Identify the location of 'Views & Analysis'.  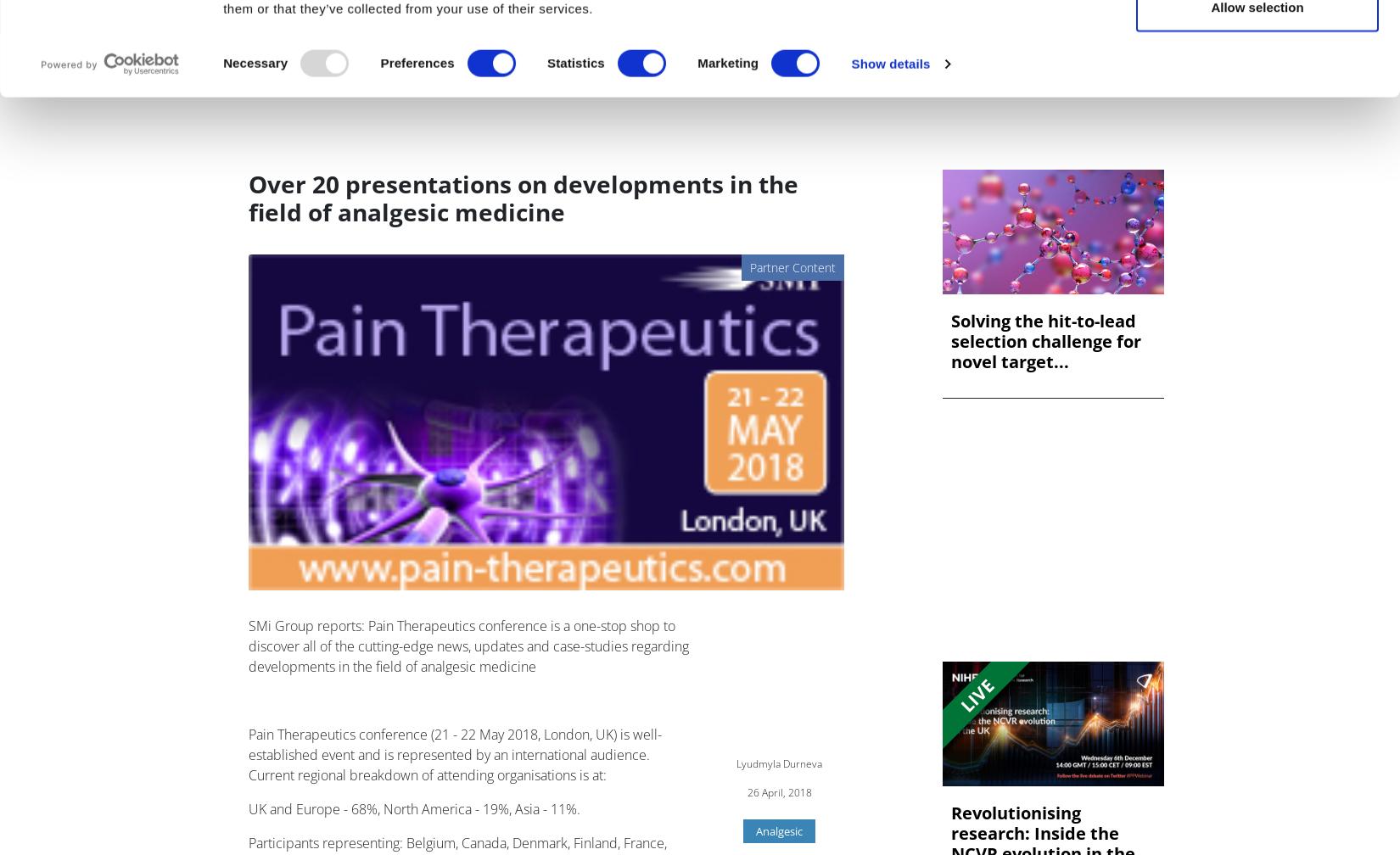
(518, 69).